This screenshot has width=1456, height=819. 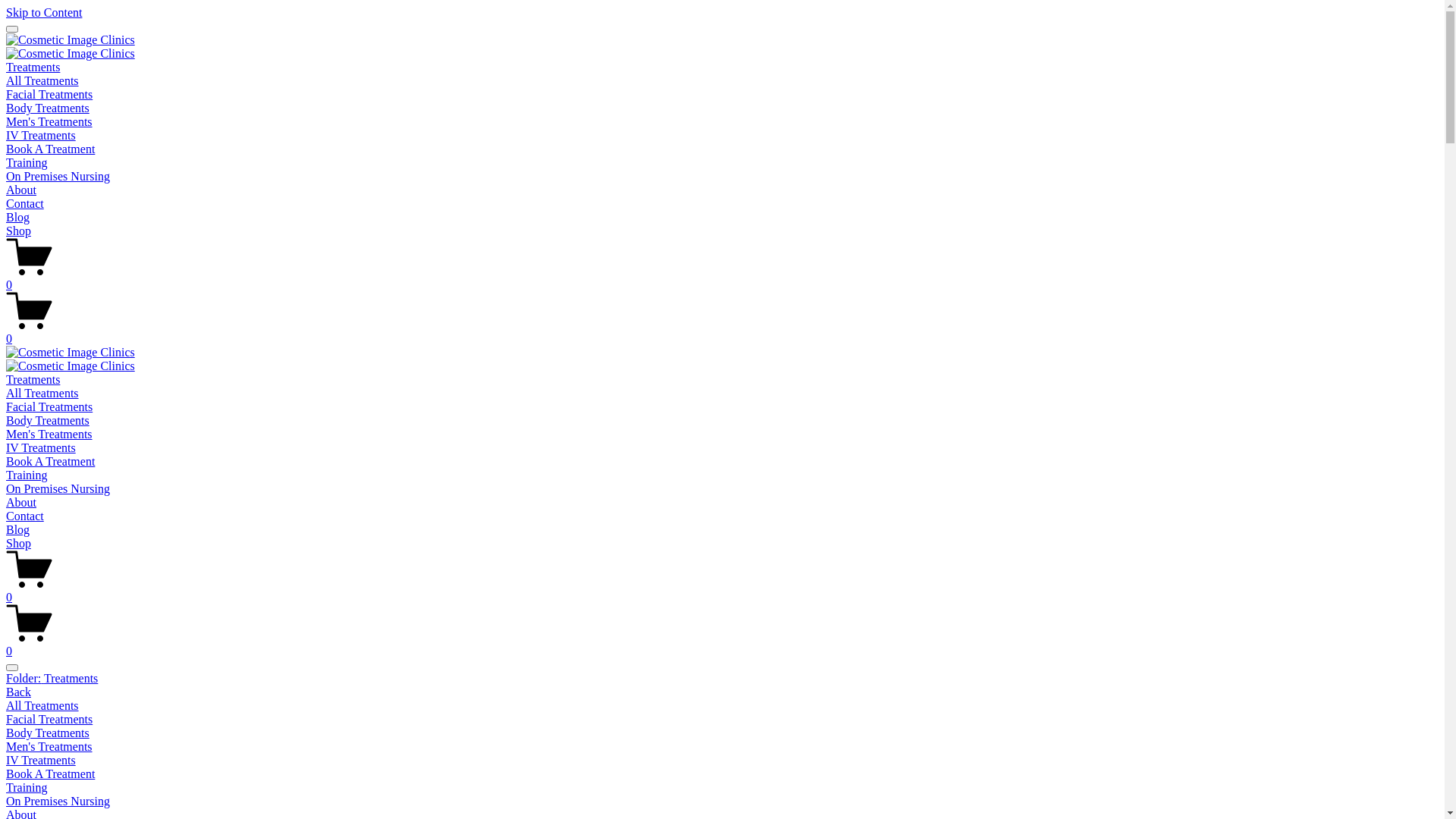 I want to click on 'About', so click(x=21, y=502).